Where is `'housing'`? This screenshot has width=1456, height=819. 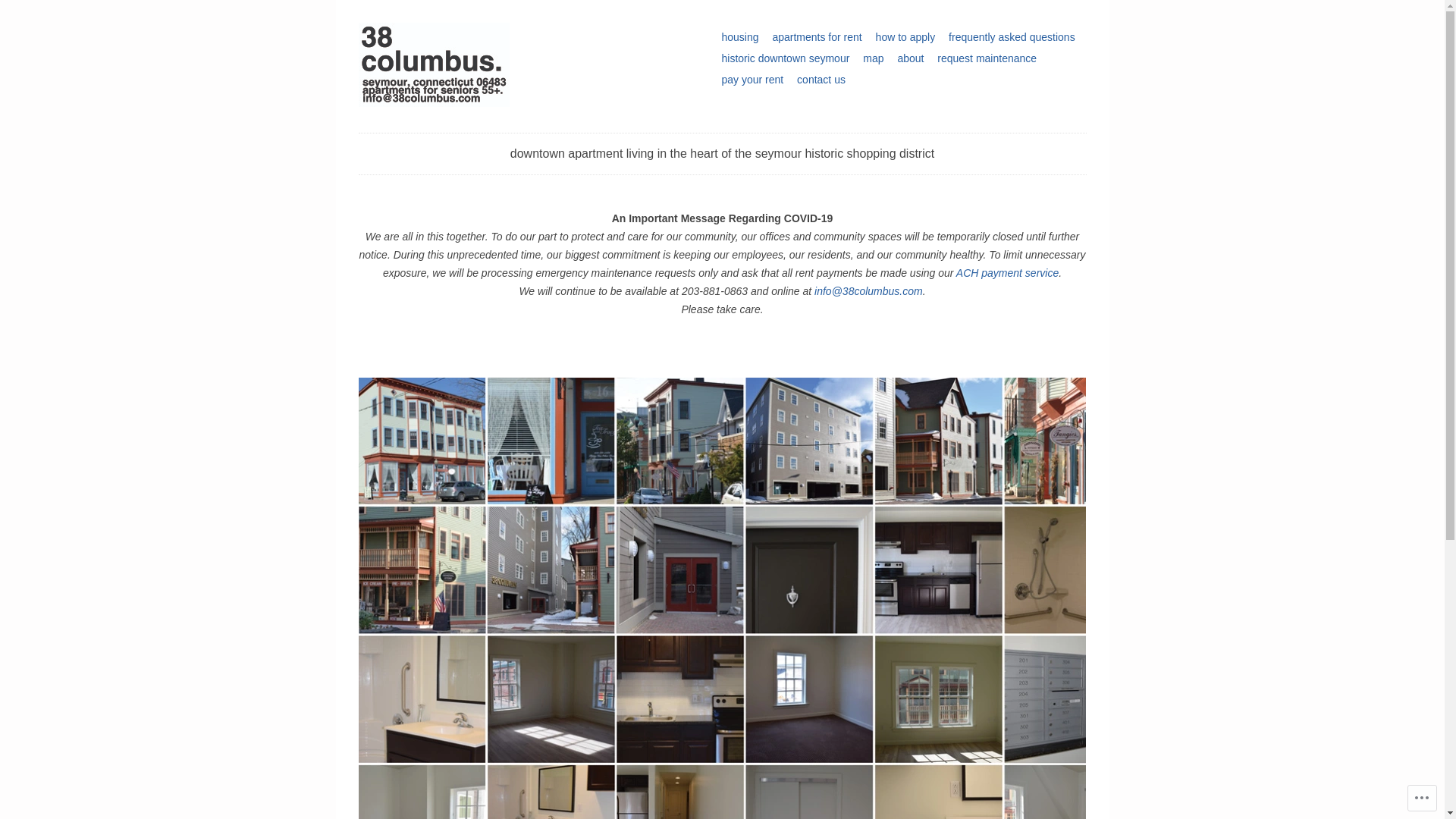
'housing' is located at coordinates (739, 36).